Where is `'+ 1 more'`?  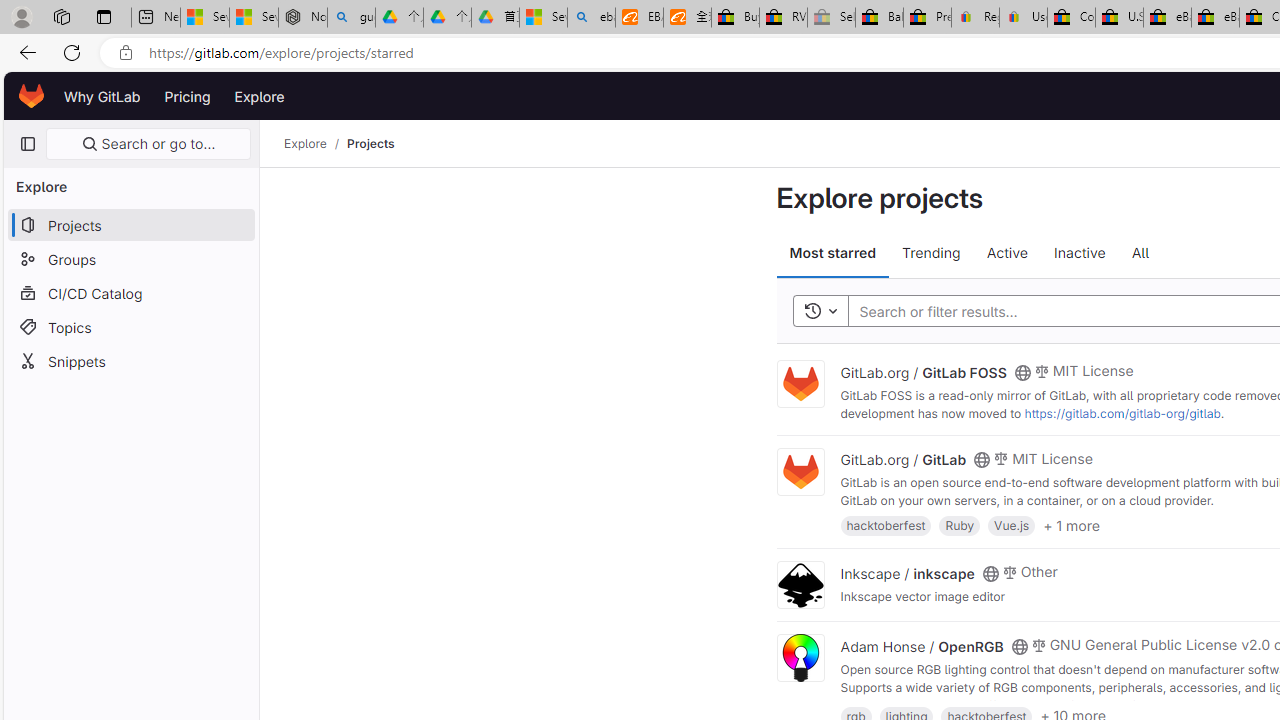
'+ 1 more' is located at coordinates (1070, 523).